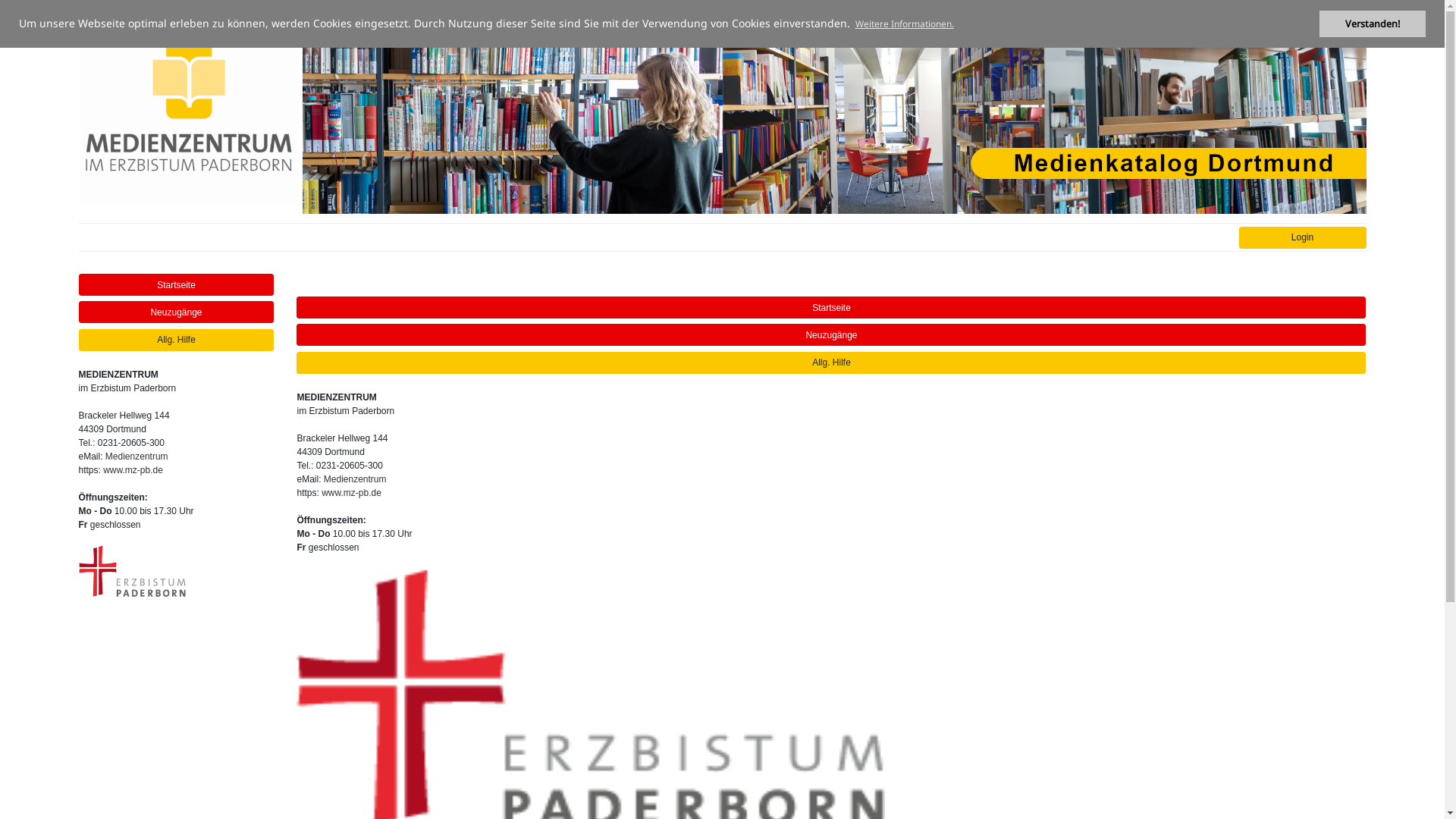 Image resolution: width=1456 pixels, height=819 pixels. Describe the element at coordinates (132, 570) in the screenshot. I see `'Erzbistum Paderborn'` at that location.